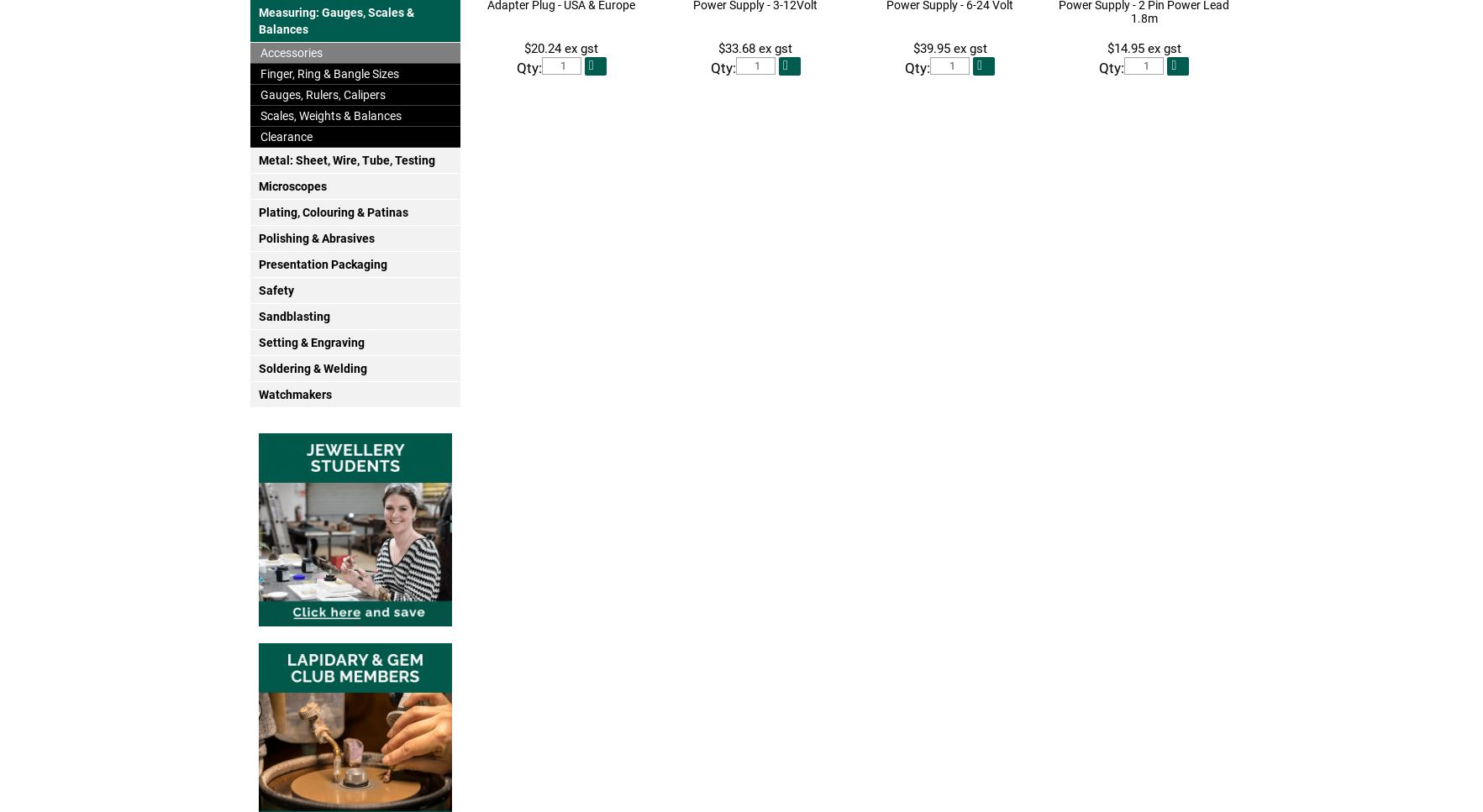  What do you see at coordinates (289, 51) in the screenshot?
I see `'Accessories'` at bounding box center [289, 51].